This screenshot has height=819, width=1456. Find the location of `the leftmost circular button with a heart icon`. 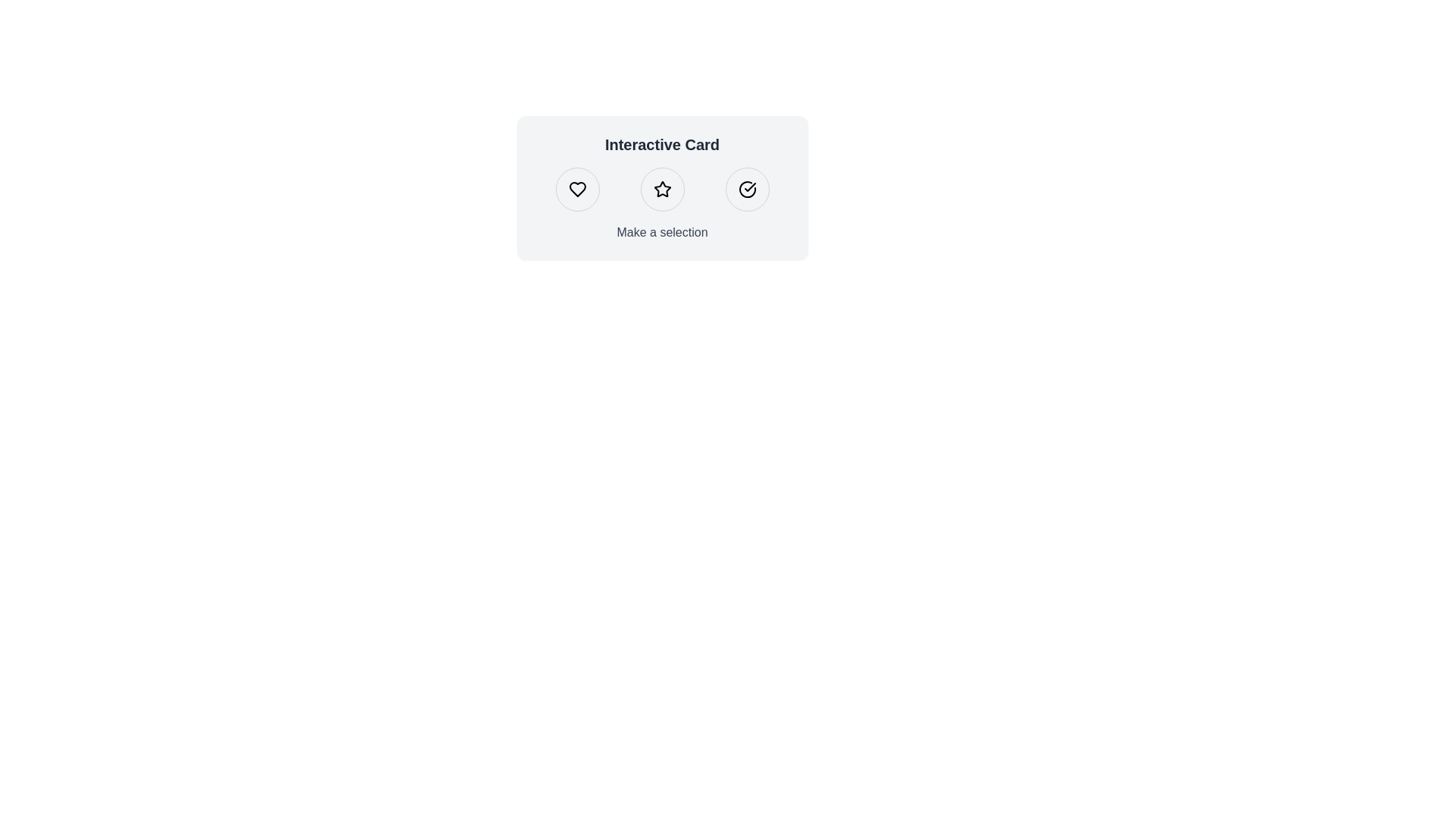

the leftmost circular button with a heart icon is located at coordinates (576, 189).